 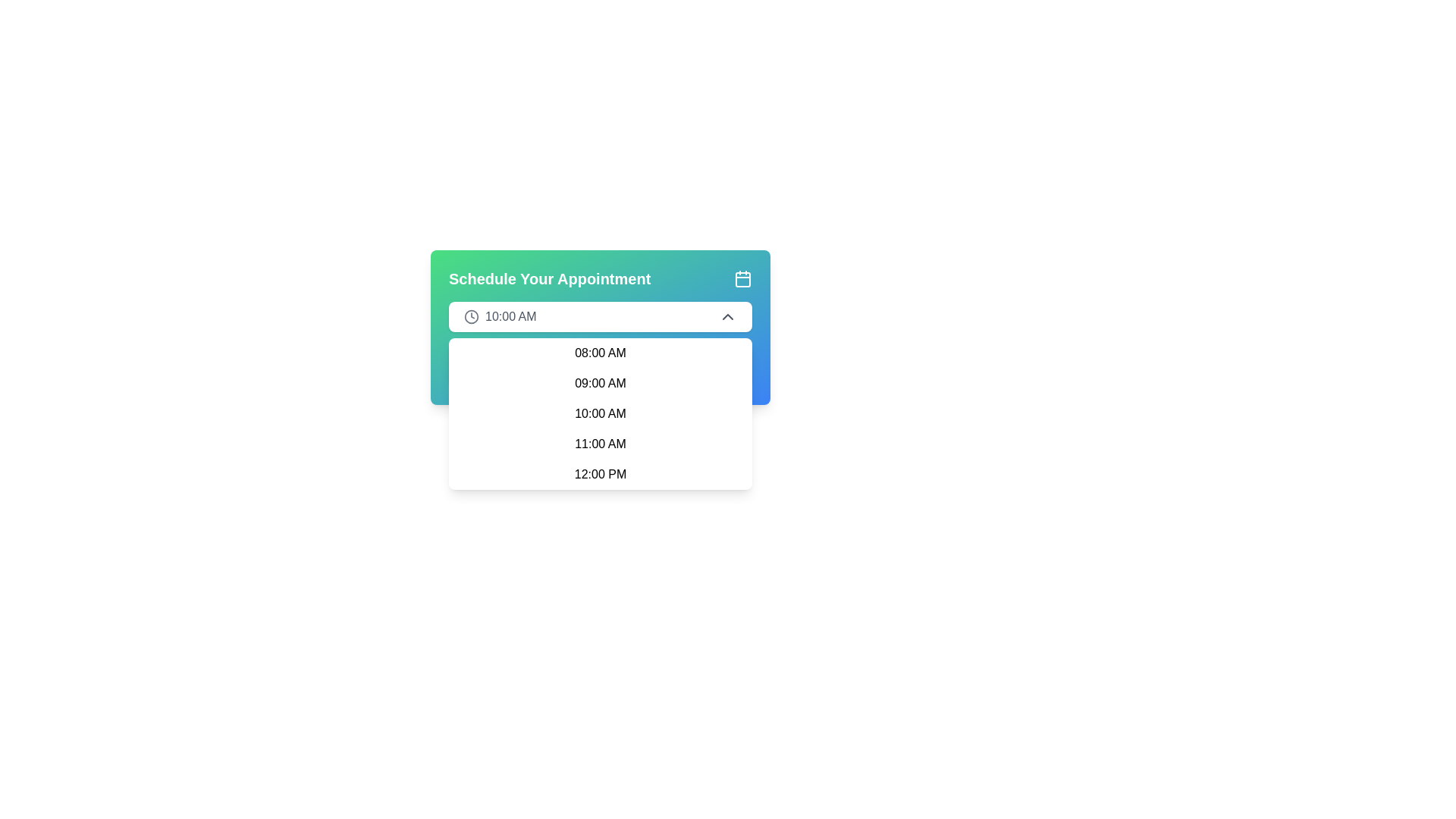 What do you see at coordinates (600, 473) in the screenshot?
I see `the text label reading '12:00 PM'` at bounding box center [600, 473].